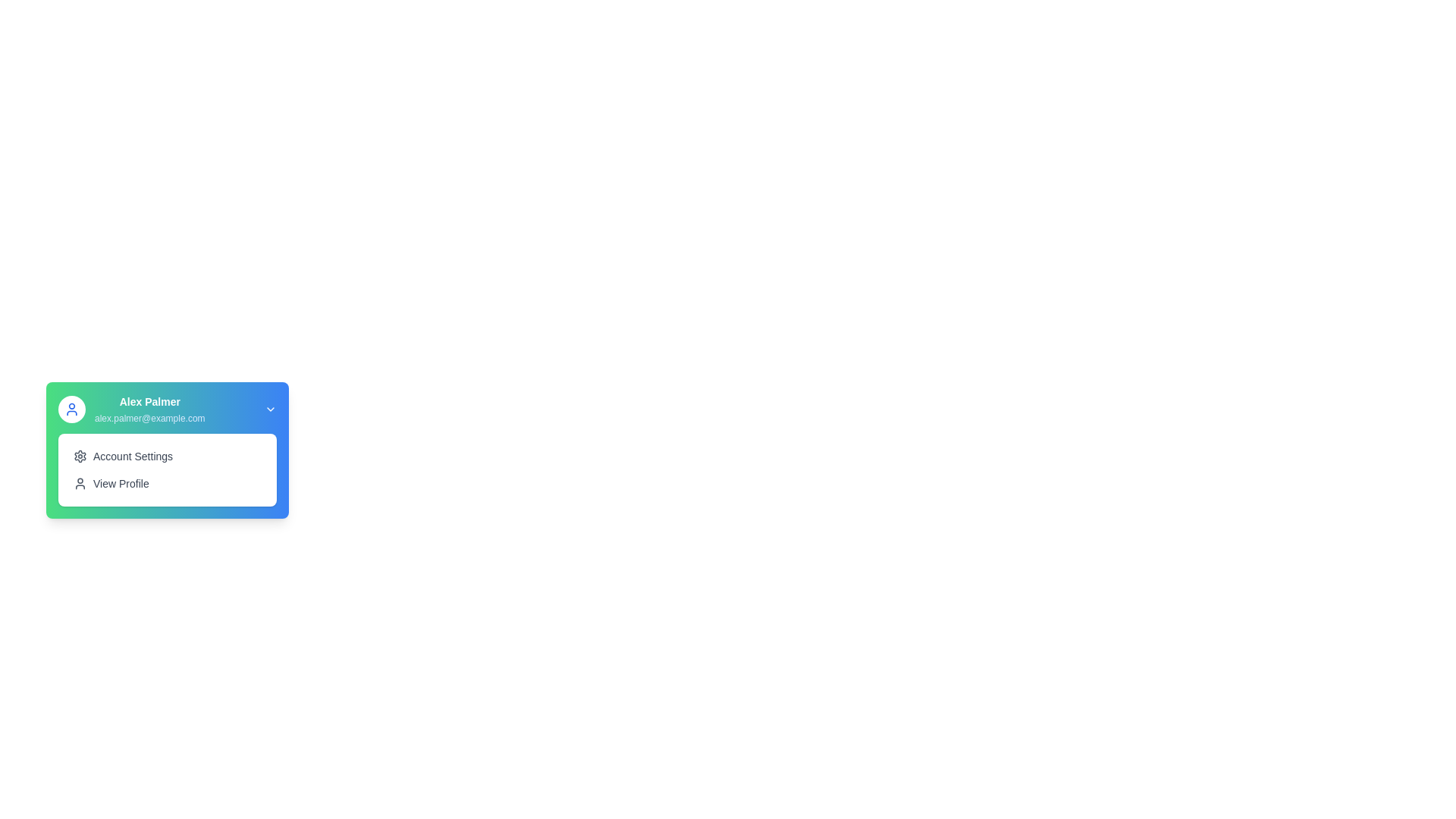 This screenshot has width=1456, height=819. I want to click on the 'Account Settings' icon located in the middle-left area of the dropdown menu to interact with the settings functionality, so click(79, 455).